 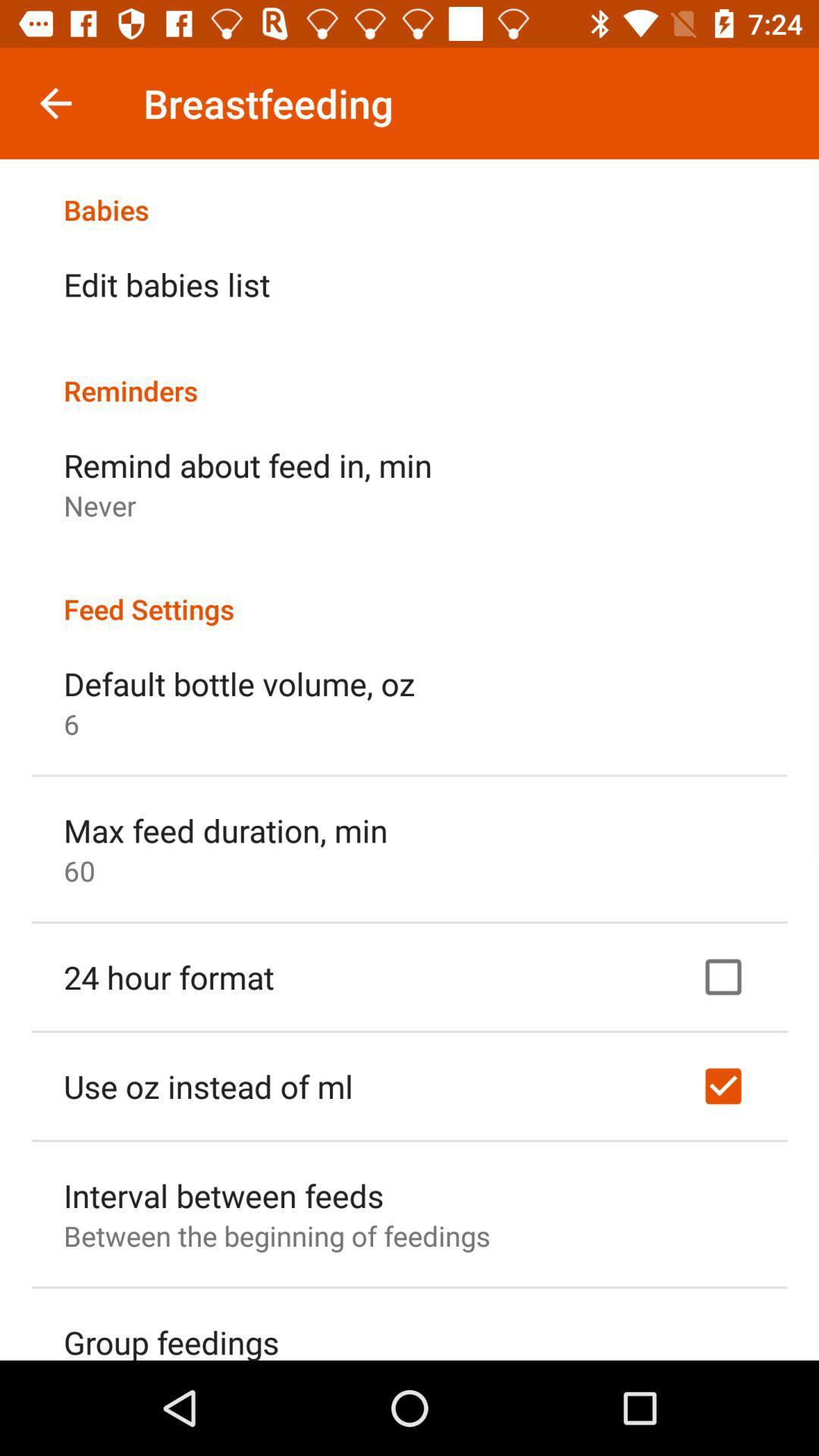 What do you see at coordinates (55, 102) in the screenshot?
I see `the icon above babies icon` at bounding box center [55, 102].